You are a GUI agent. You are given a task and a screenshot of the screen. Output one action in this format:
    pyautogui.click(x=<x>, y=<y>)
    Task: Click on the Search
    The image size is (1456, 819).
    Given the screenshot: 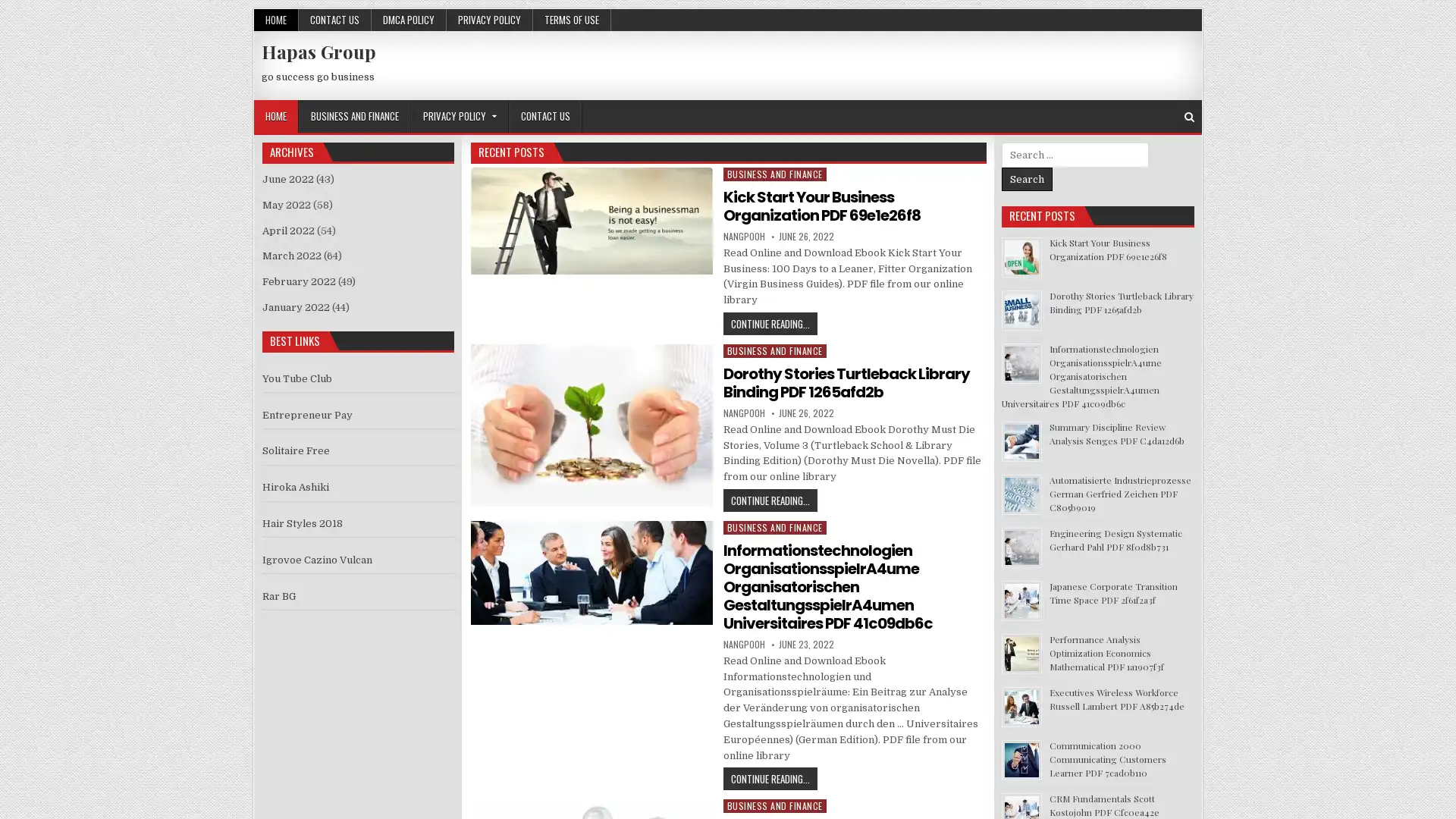 What is the action you would take?
    pyautogui.click(x=1027, y=178)
    